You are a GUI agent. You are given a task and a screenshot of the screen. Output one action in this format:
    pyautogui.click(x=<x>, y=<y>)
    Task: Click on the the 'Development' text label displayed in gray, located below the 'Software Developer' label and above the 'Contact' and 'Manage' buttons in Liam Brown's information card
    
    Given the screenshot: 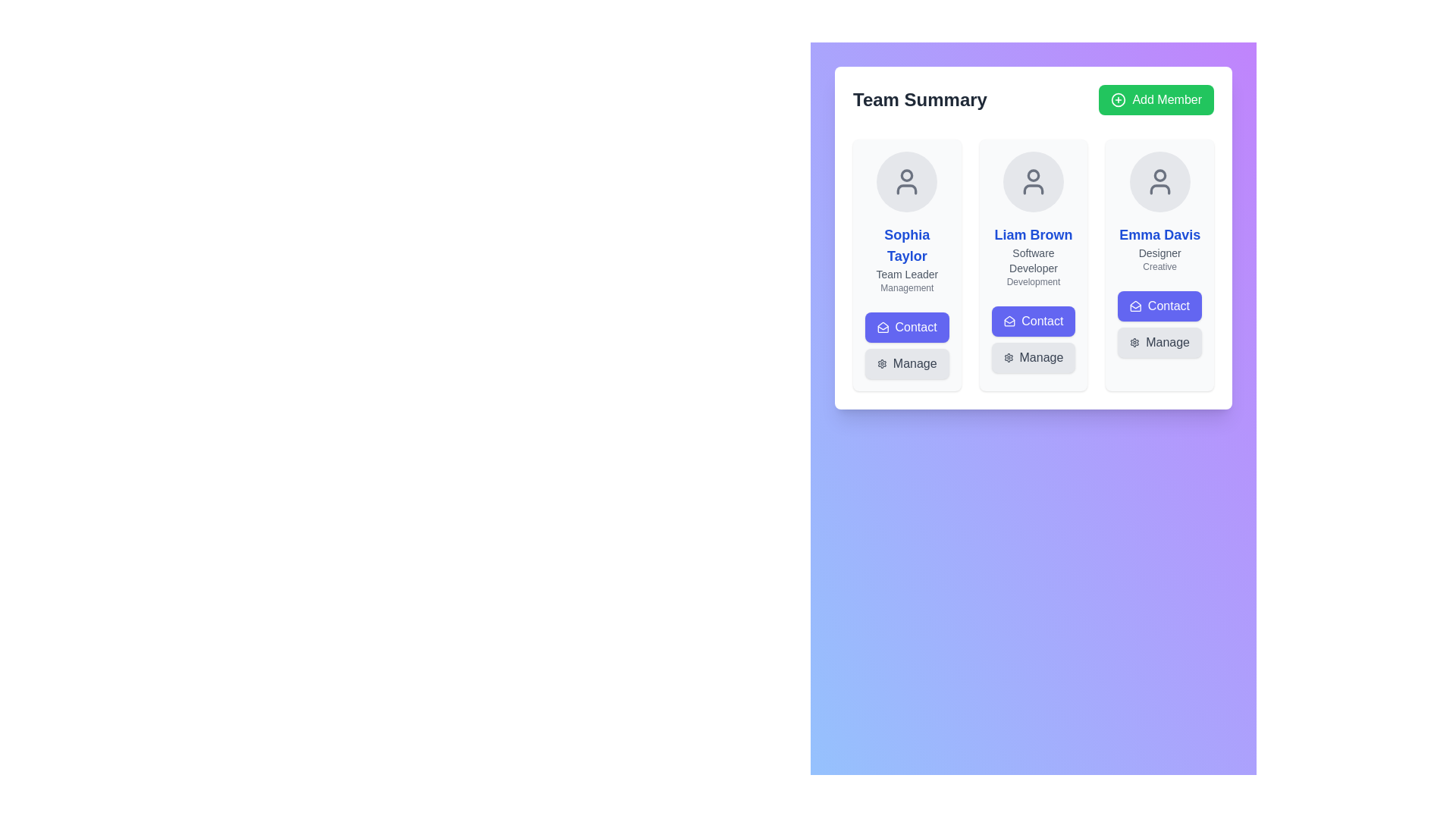 What is the action you would take?
    pyautogui.click(x=1033, y=281)
    